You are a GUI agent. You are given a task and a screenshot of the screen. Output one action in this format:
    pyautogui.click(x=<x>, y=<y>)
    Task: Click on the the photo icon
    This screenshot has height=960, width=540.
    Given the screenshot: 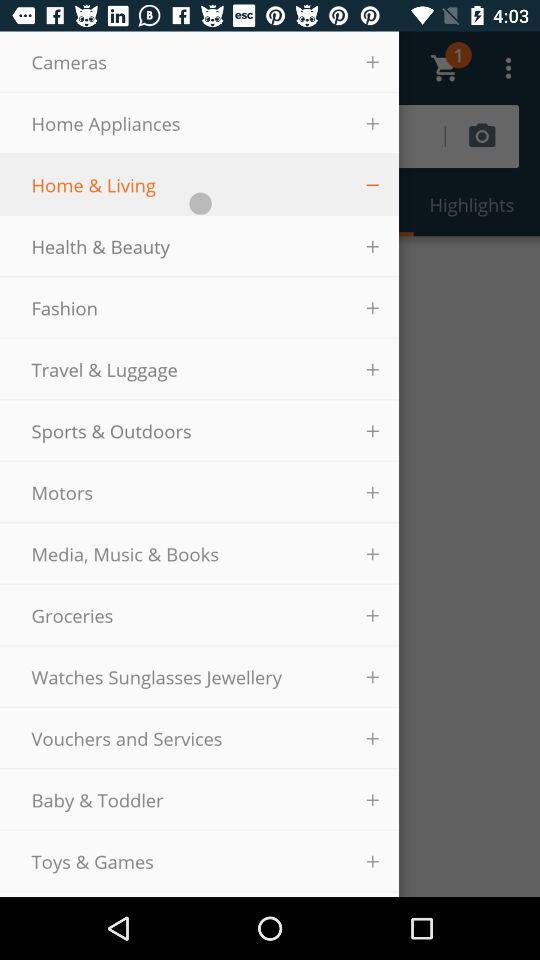 What is the action you would take?
    pyautogui.click(x=502, y=135)
    